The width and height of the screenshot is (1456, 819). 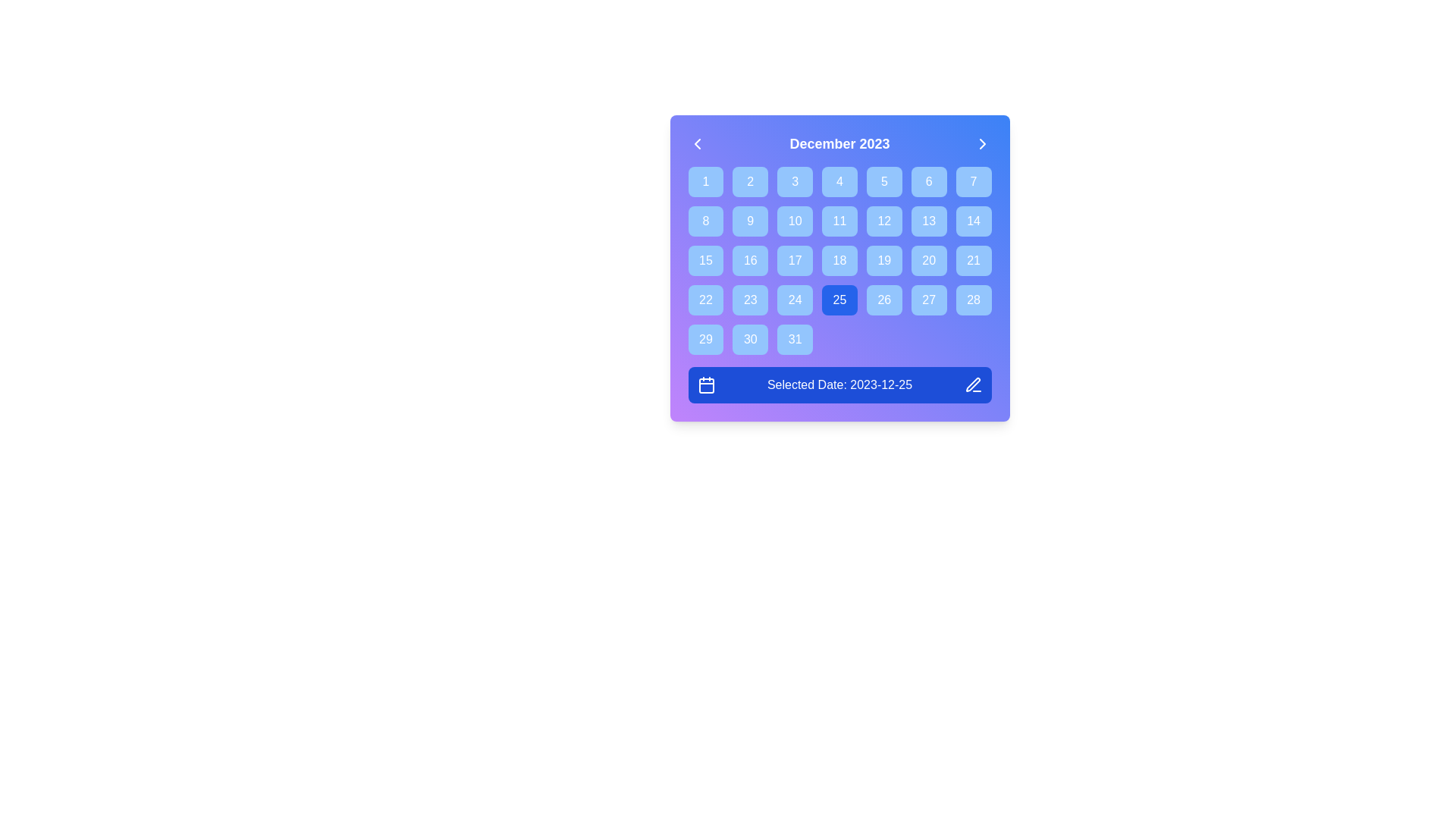 I want to click on the calendar day cell displaying the text '10' with a light blue background, located in the second row and third column of the calendar grid for December 2023, so click(x=794, y=221).